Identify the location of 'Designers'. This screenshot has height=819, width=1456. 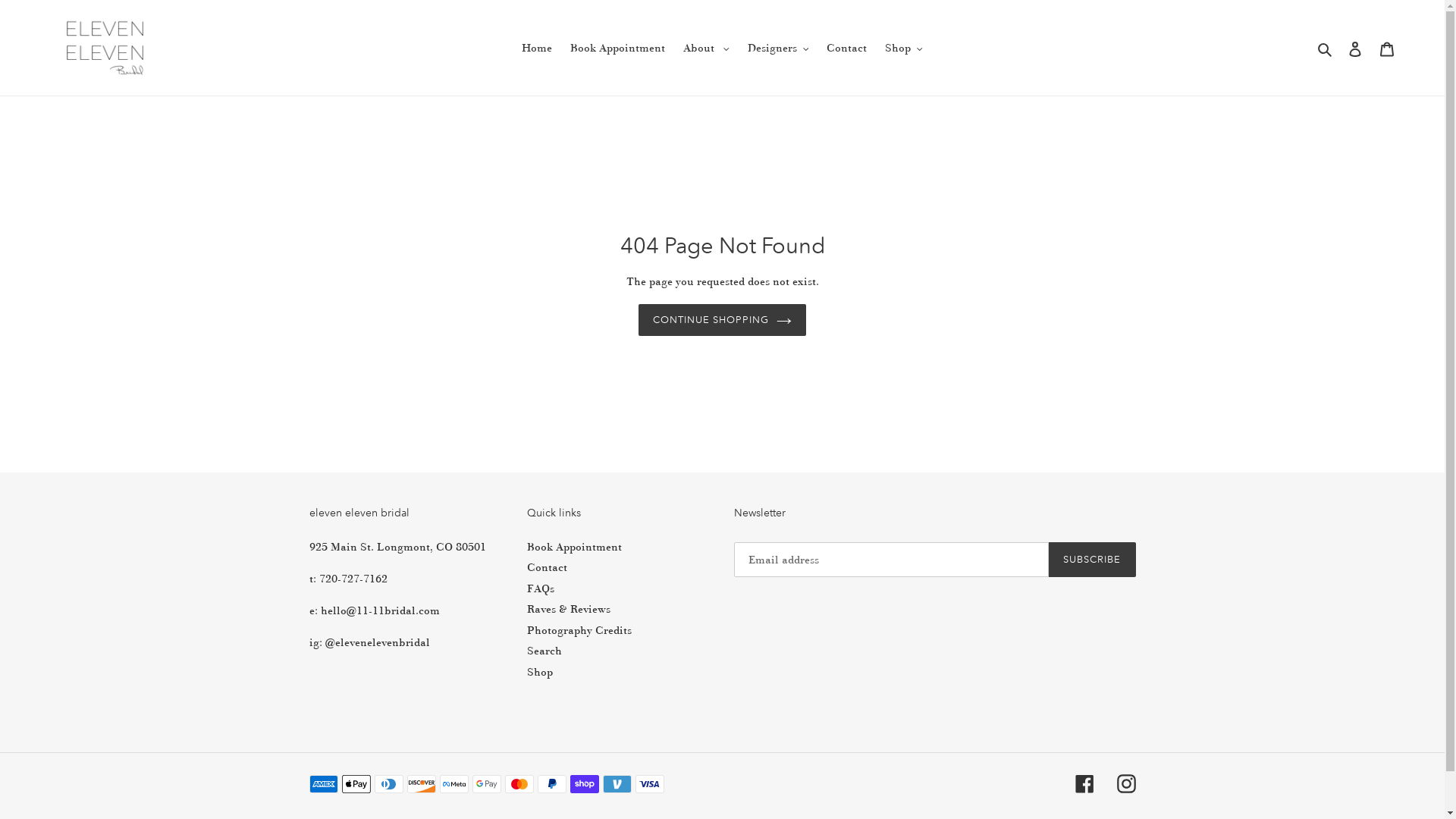
(778, 47).